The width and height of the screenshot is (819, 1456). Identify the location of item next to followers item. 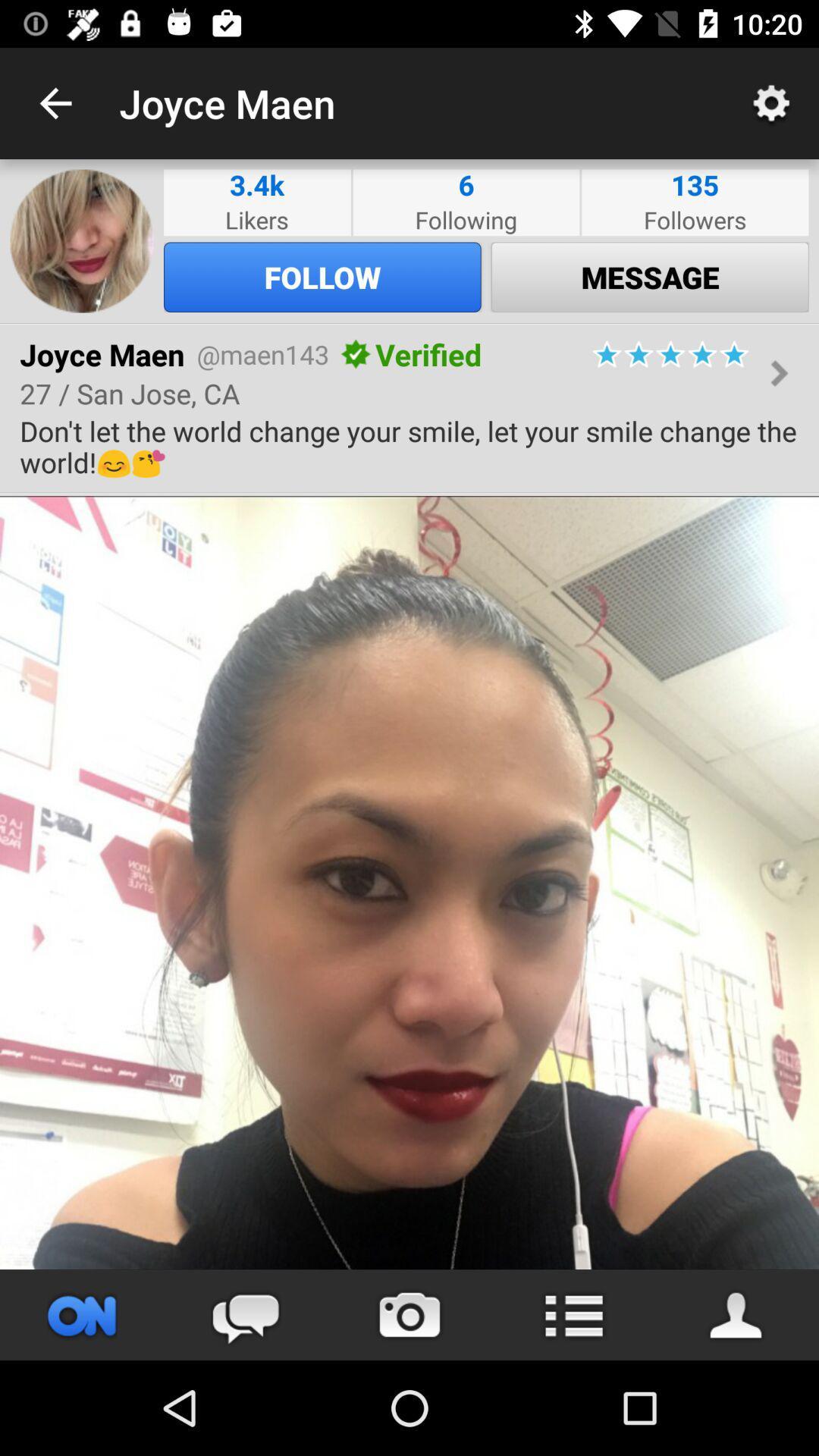
(465, 184).